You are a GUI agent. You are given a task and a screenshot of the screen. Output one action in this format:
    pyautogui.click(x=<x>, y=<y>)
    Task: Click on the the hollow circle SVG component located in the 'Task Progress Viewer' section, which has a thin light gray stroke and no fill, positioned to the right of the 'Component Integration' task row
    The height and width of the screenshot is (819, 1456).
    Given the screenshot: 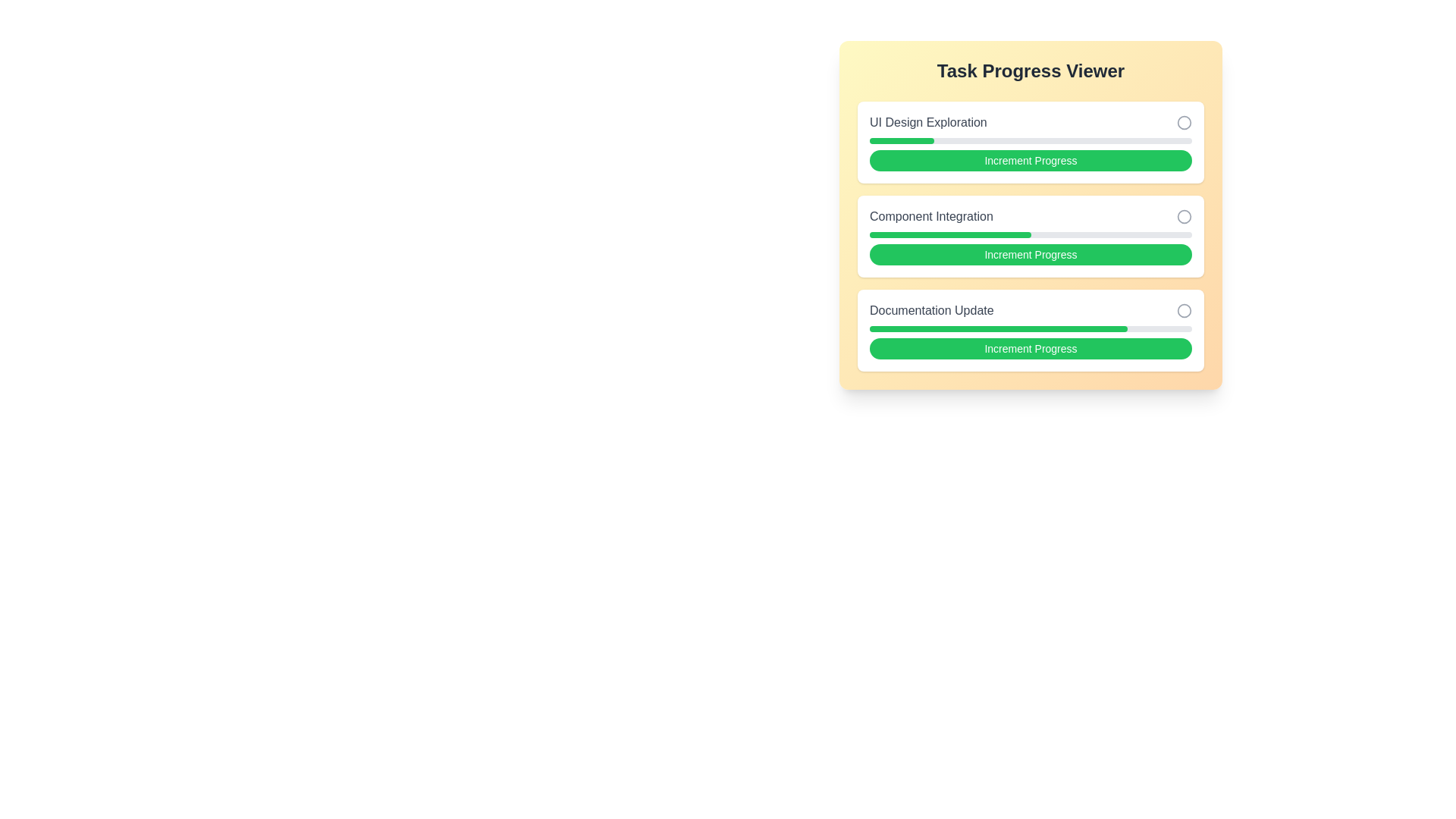 What is the action you would take?
    pyautogui.click(x=1183, y=216)
    